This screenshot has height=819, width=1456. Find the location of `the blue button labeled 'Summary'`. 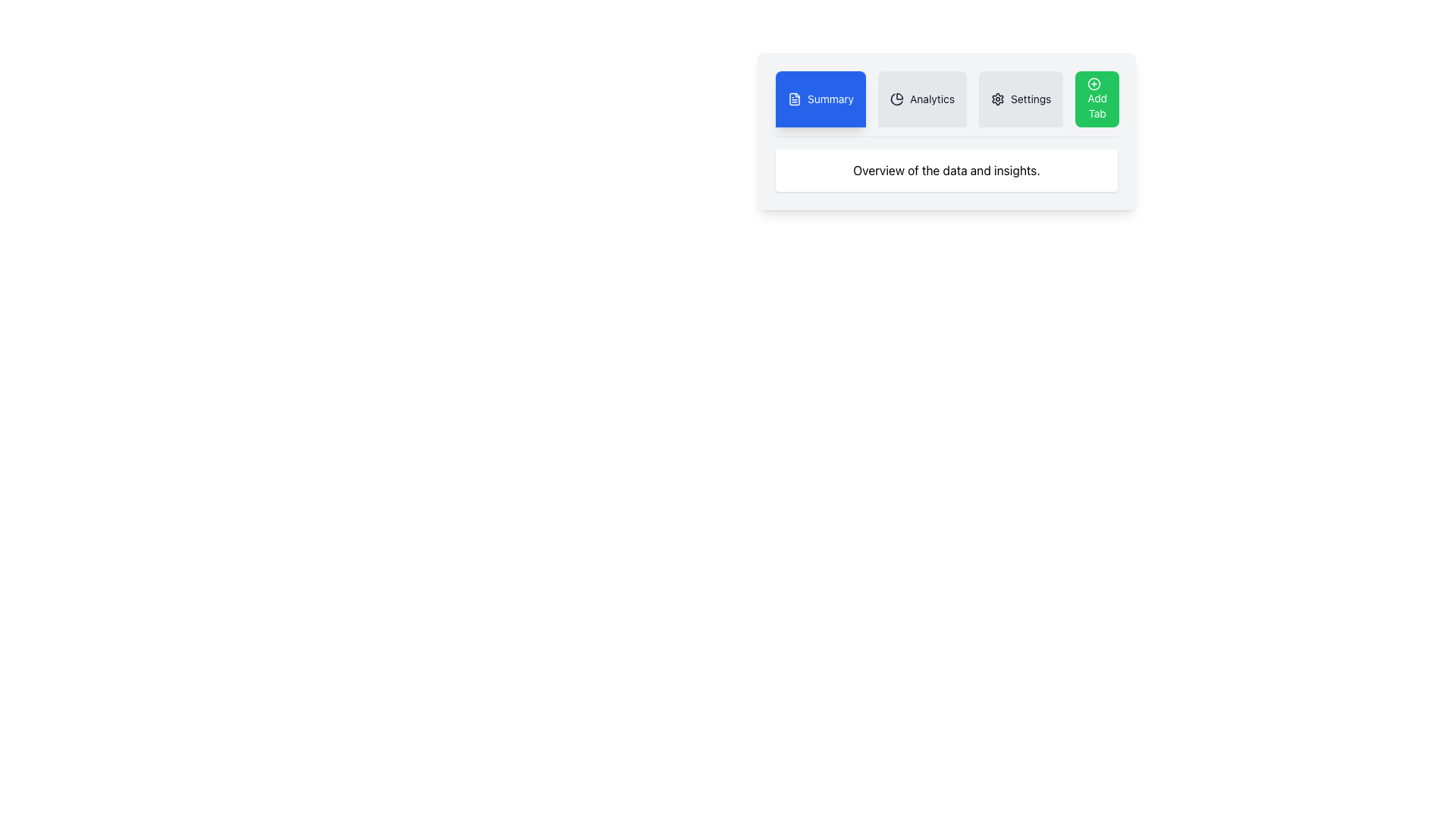

the blue button labeled 'Summary' is located at coordinates (820, 99).